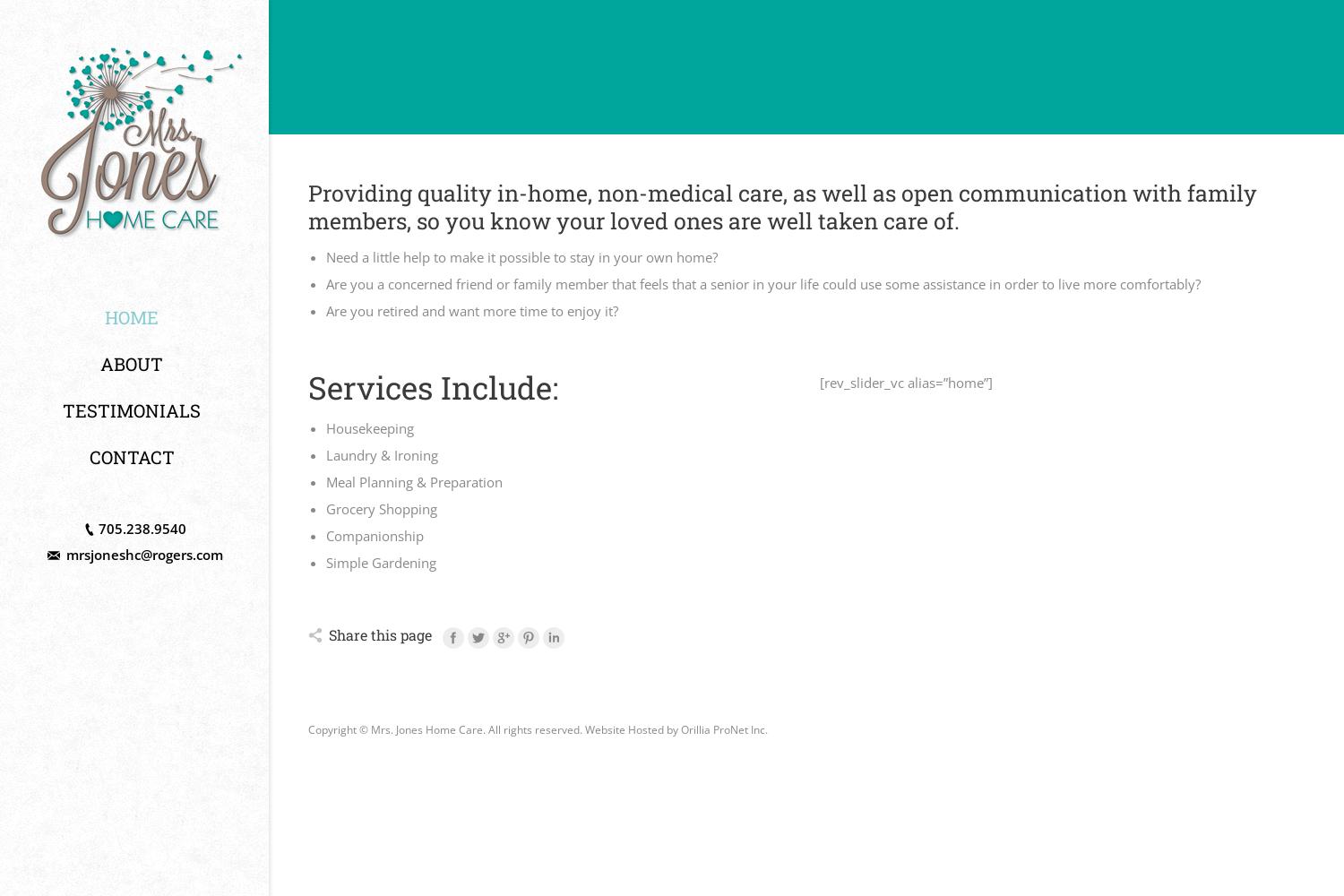  What do you see at coordinates (328, 633) in the screenshot?
I see `'Share this page'` at bounding box center [328, 633].